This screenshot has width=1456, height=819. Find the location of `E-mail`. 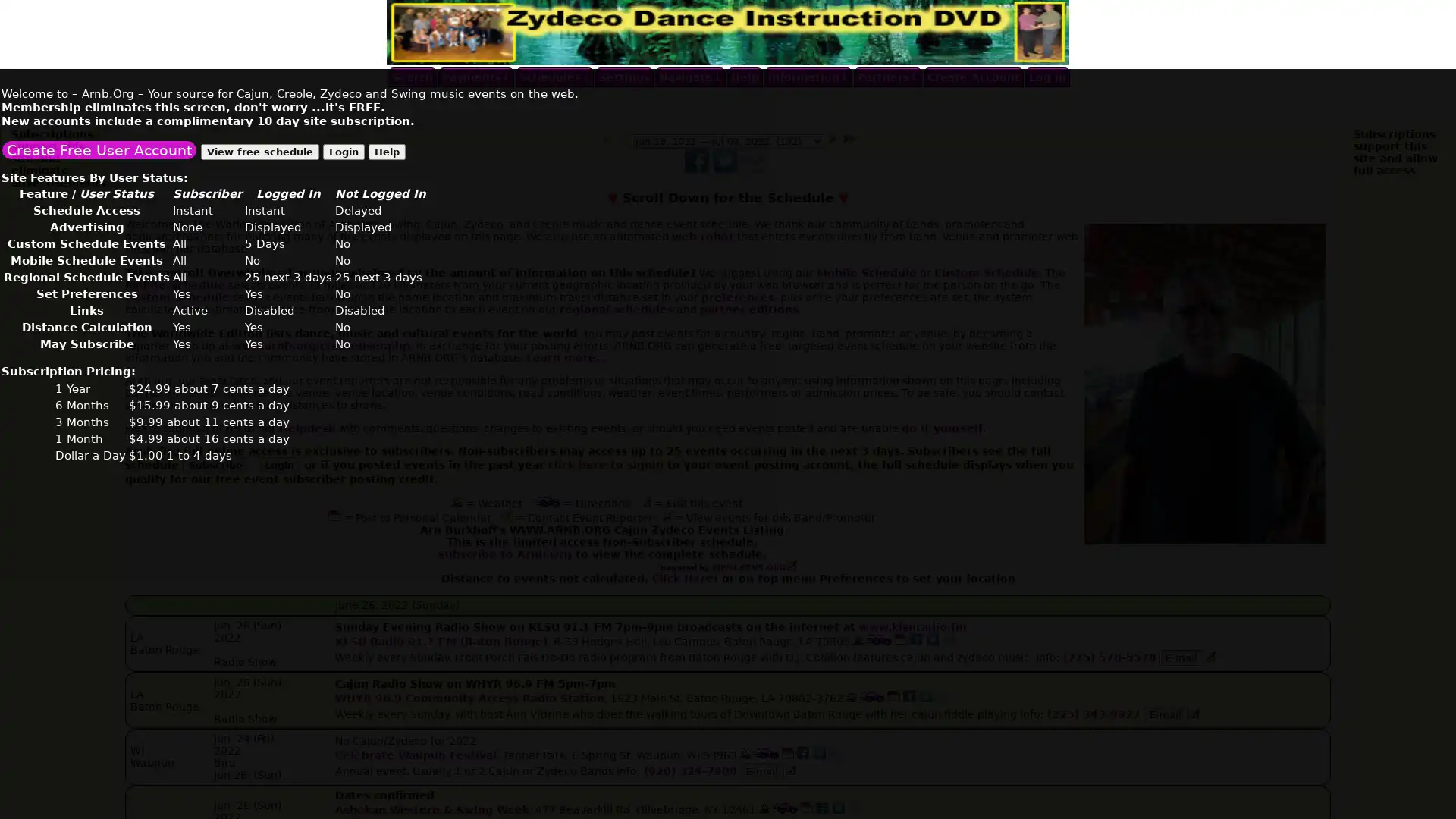

E-mail is located at coordinates (761, 770).